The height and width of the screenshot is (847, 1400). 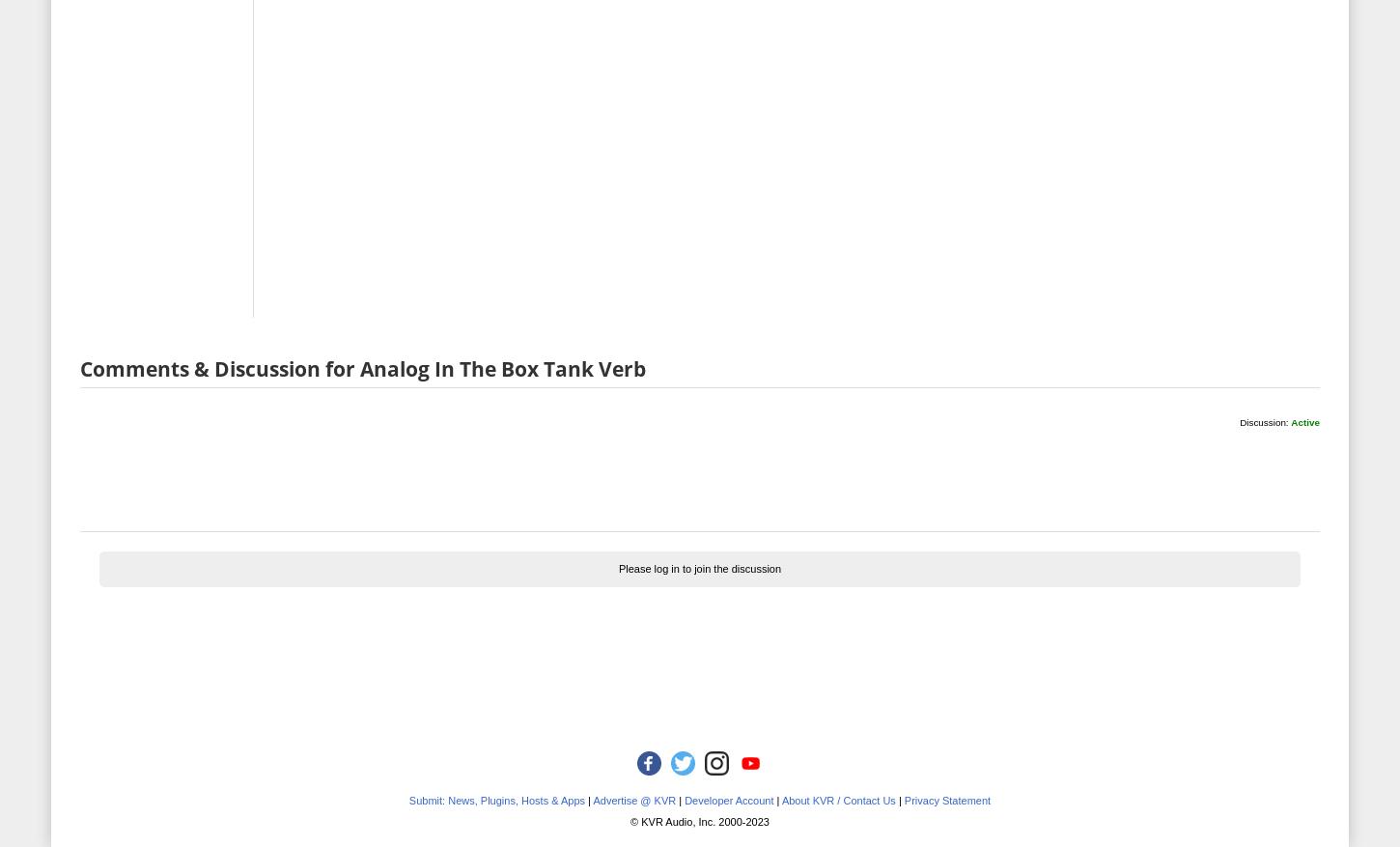 I want to click on 'Advertise @ KVR', so click(x=591, y=798).